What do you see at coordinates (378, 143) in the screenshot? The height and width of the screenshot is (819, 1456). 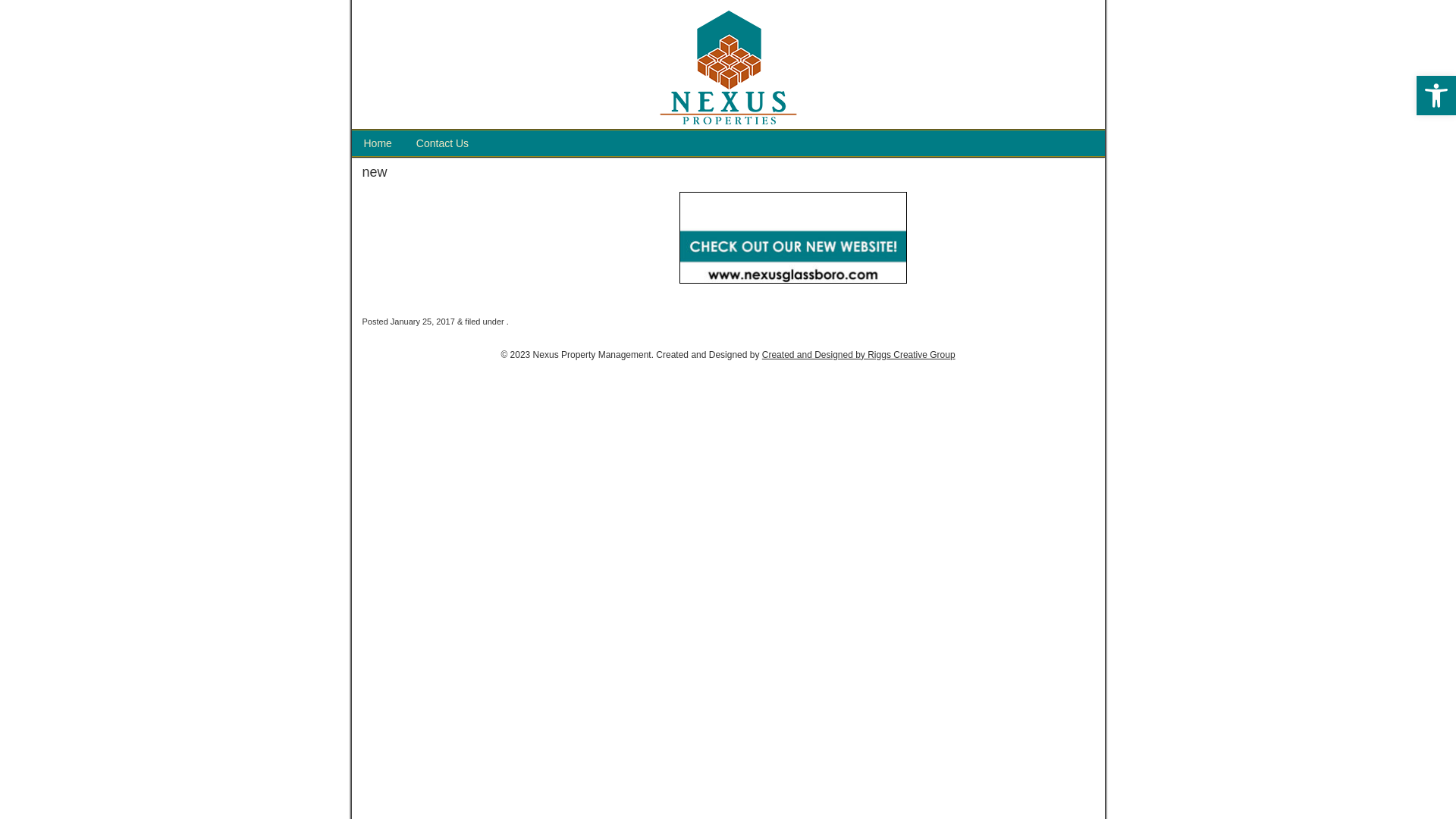 I see `'Home'` at bounding box center [378, 143].